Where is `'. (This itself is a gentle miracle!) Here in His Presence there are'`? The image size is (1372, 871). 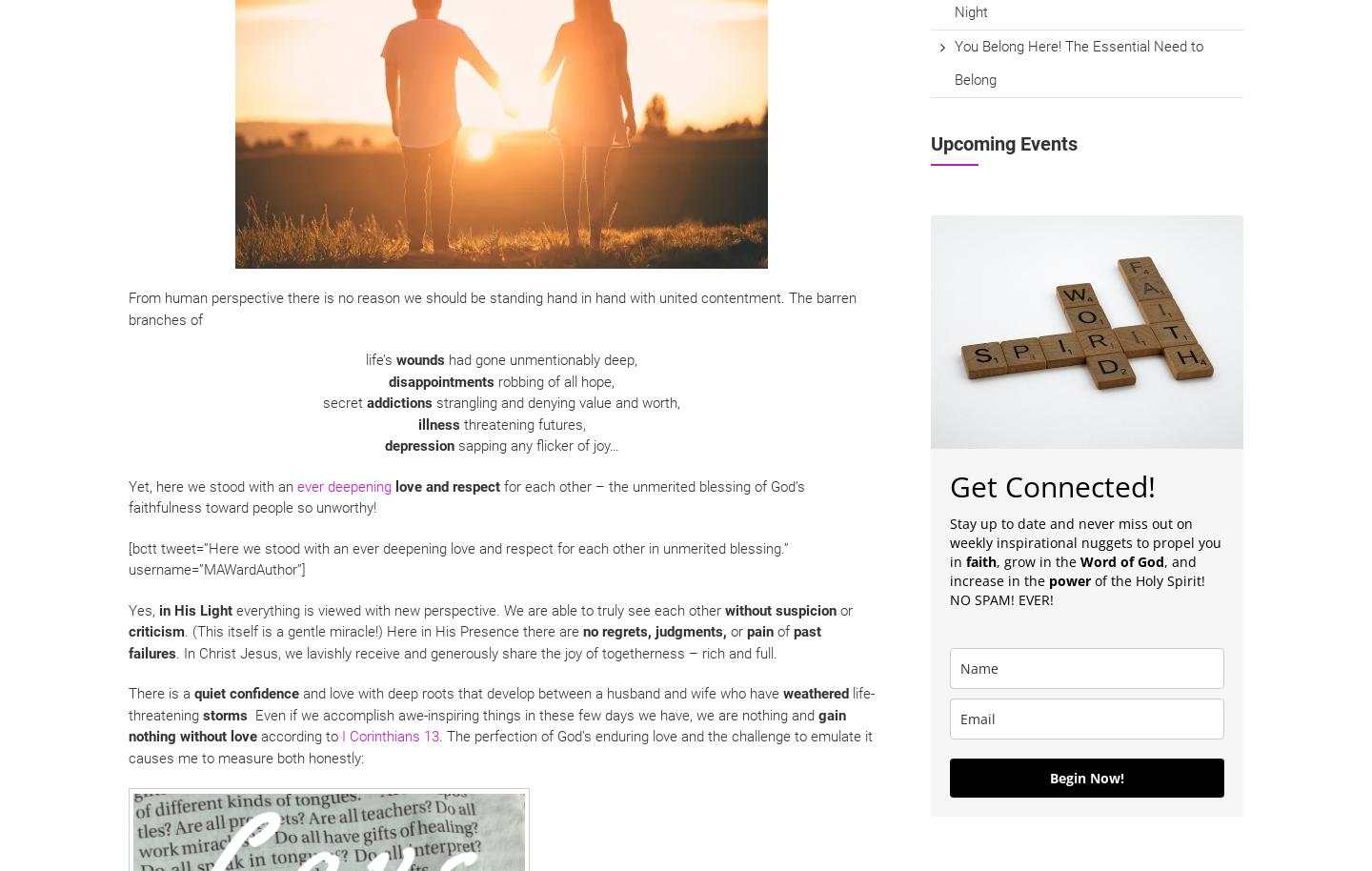 '. (This itself is a gentle miracle!) Here in His Presence there are' is located at coordinates (383, 632).